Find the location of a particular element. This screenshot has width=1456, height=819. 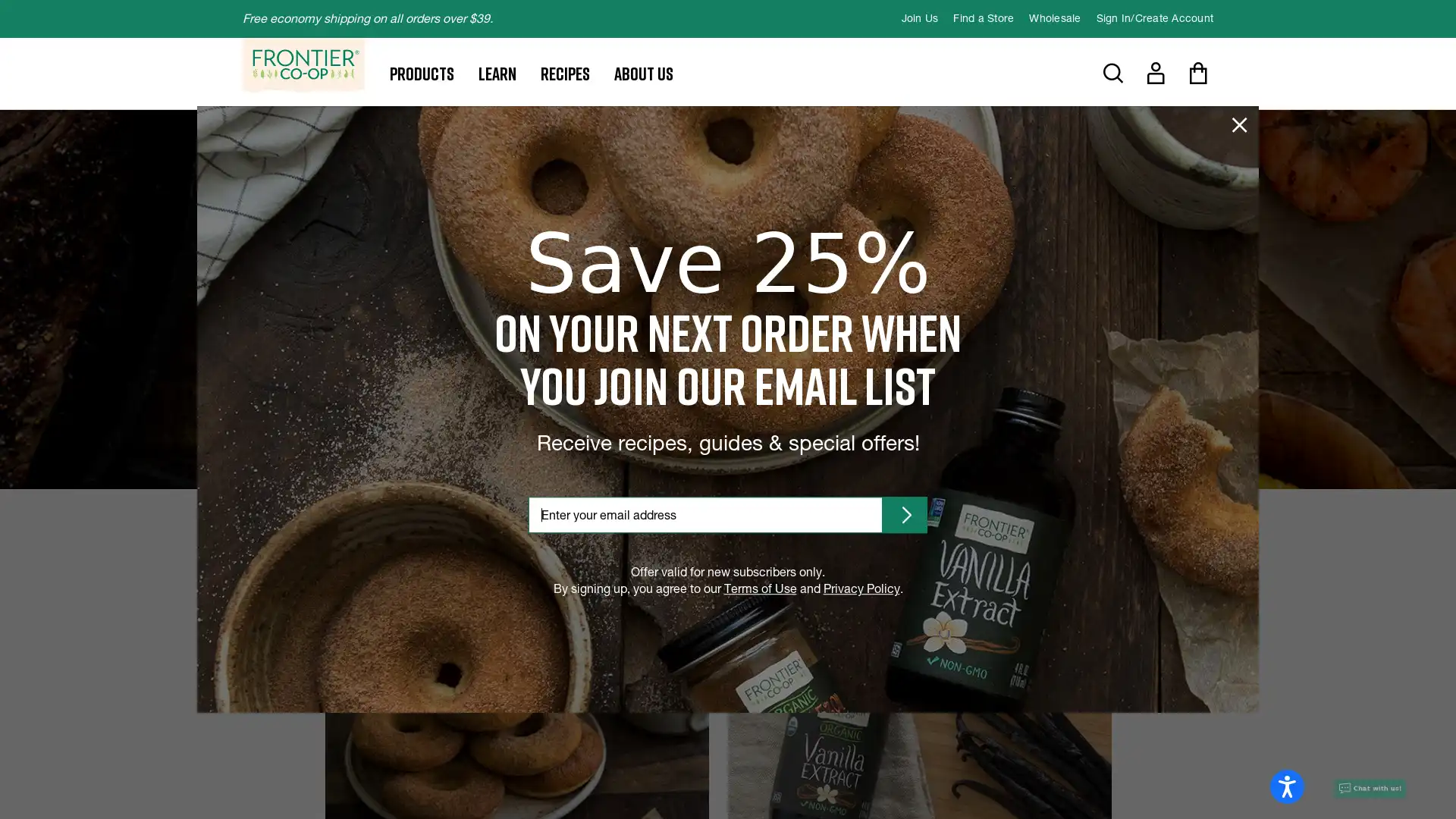

My Cart is located at coordinates (1197, 73).